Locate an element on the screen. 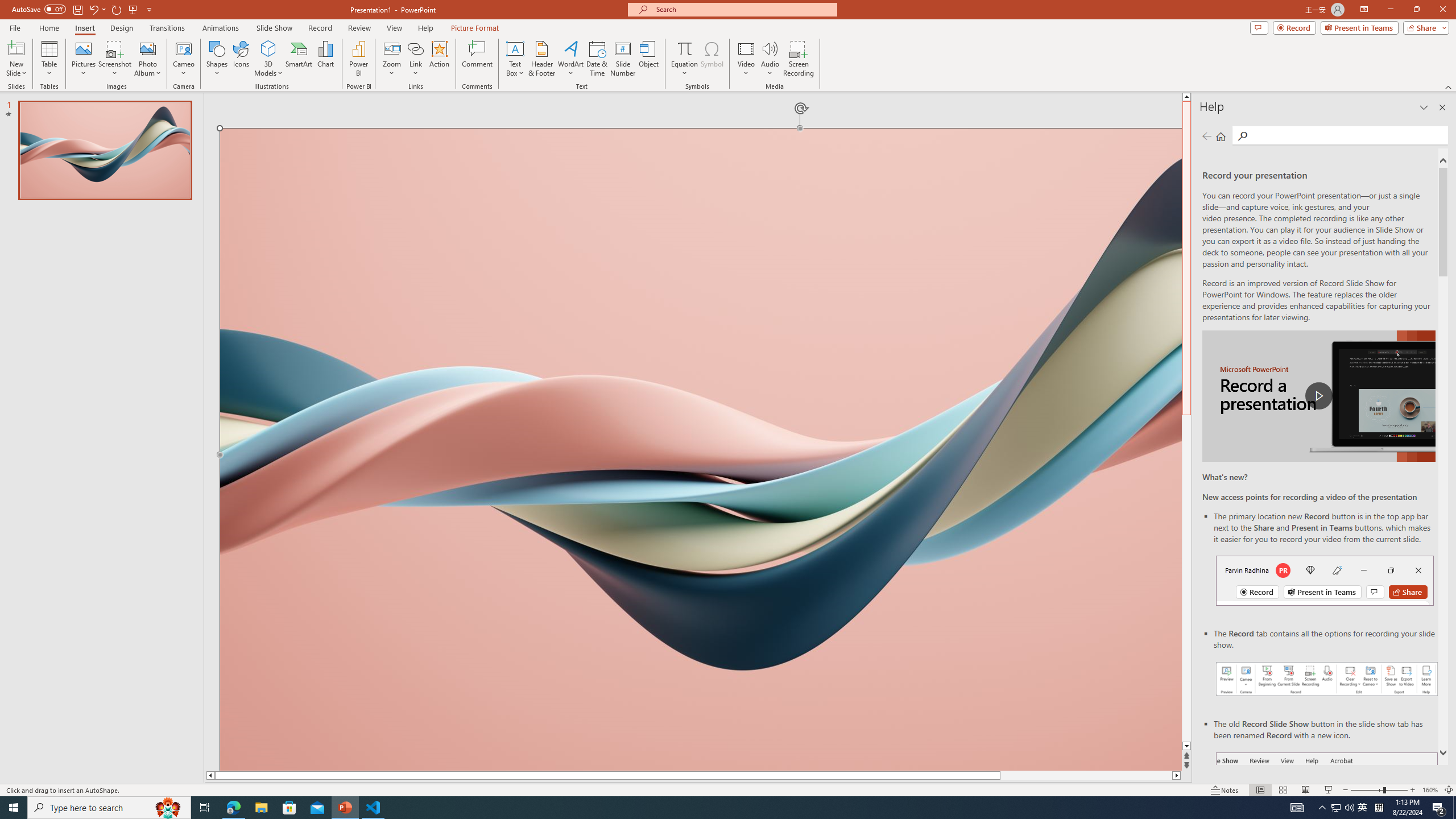 The width and height of the screenshot is (1456, 819). 'Slide Number' is located at coordinates (622, 59).